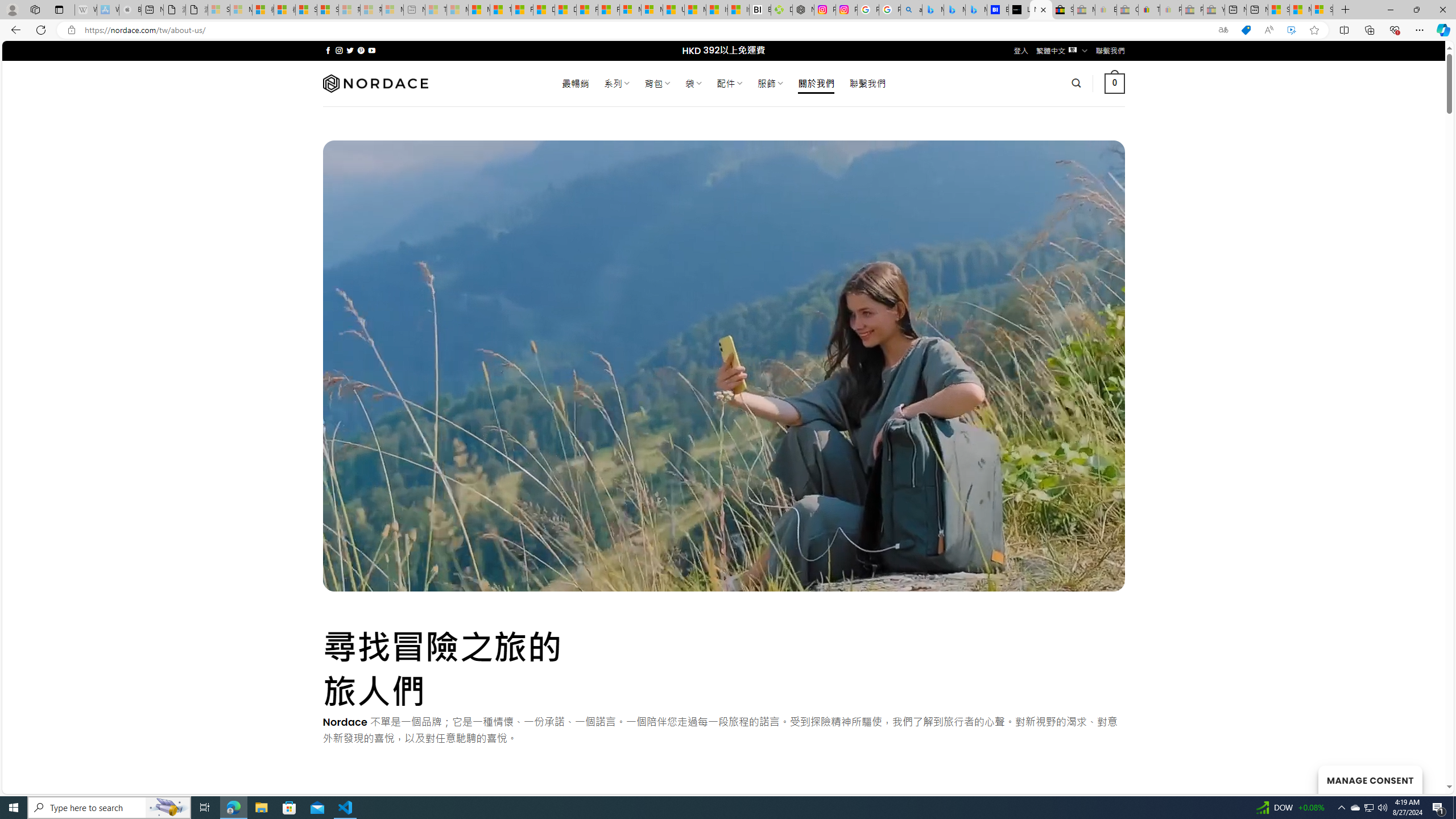  Describe the element at coordinates (1115, 82) in the screenshot. I see `' 0 '` at that location.